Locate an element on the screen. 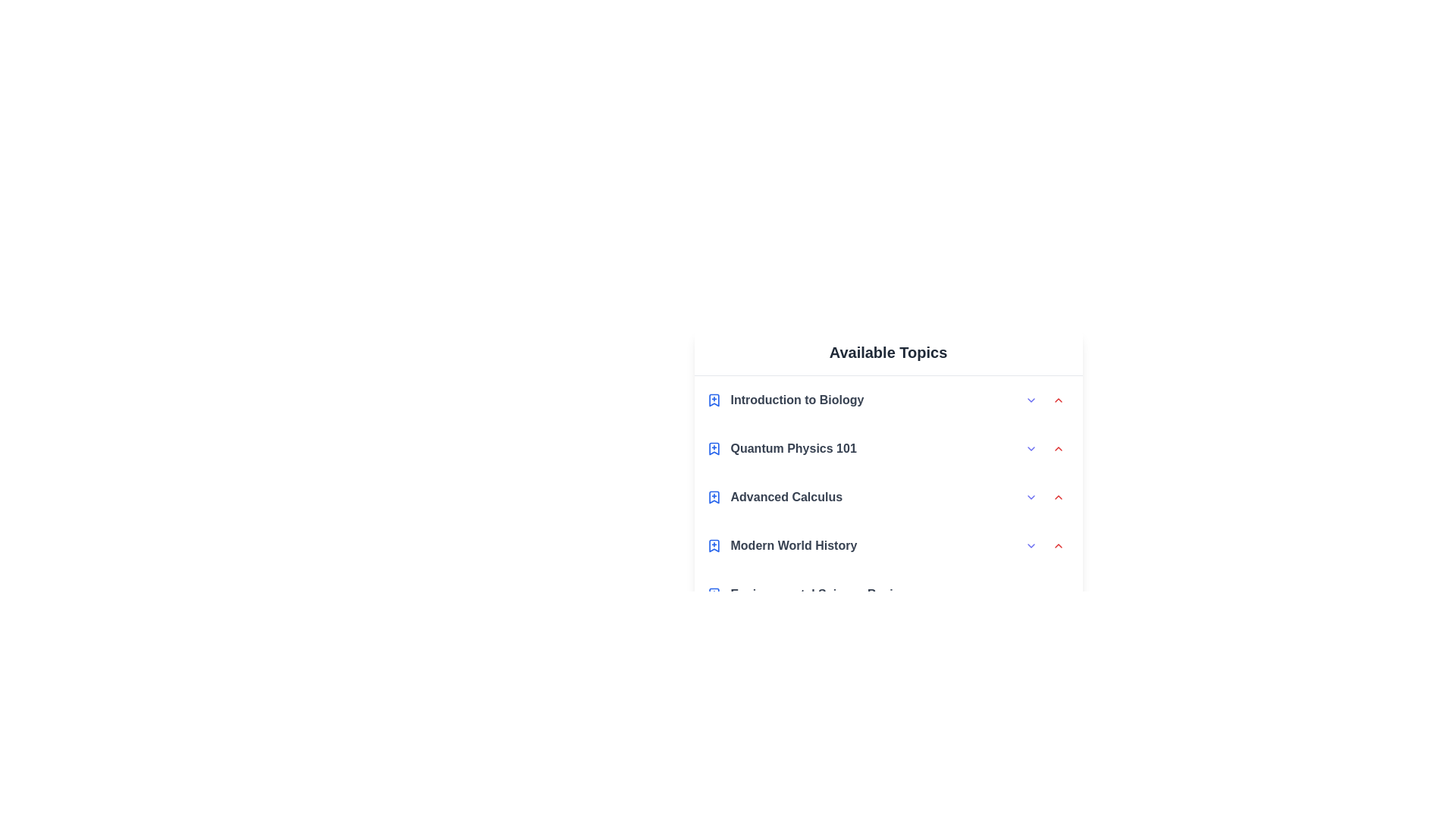 This screenshot has width=1456, height=819. the header text 'Available Topics' is located at coordinates (888, 353).